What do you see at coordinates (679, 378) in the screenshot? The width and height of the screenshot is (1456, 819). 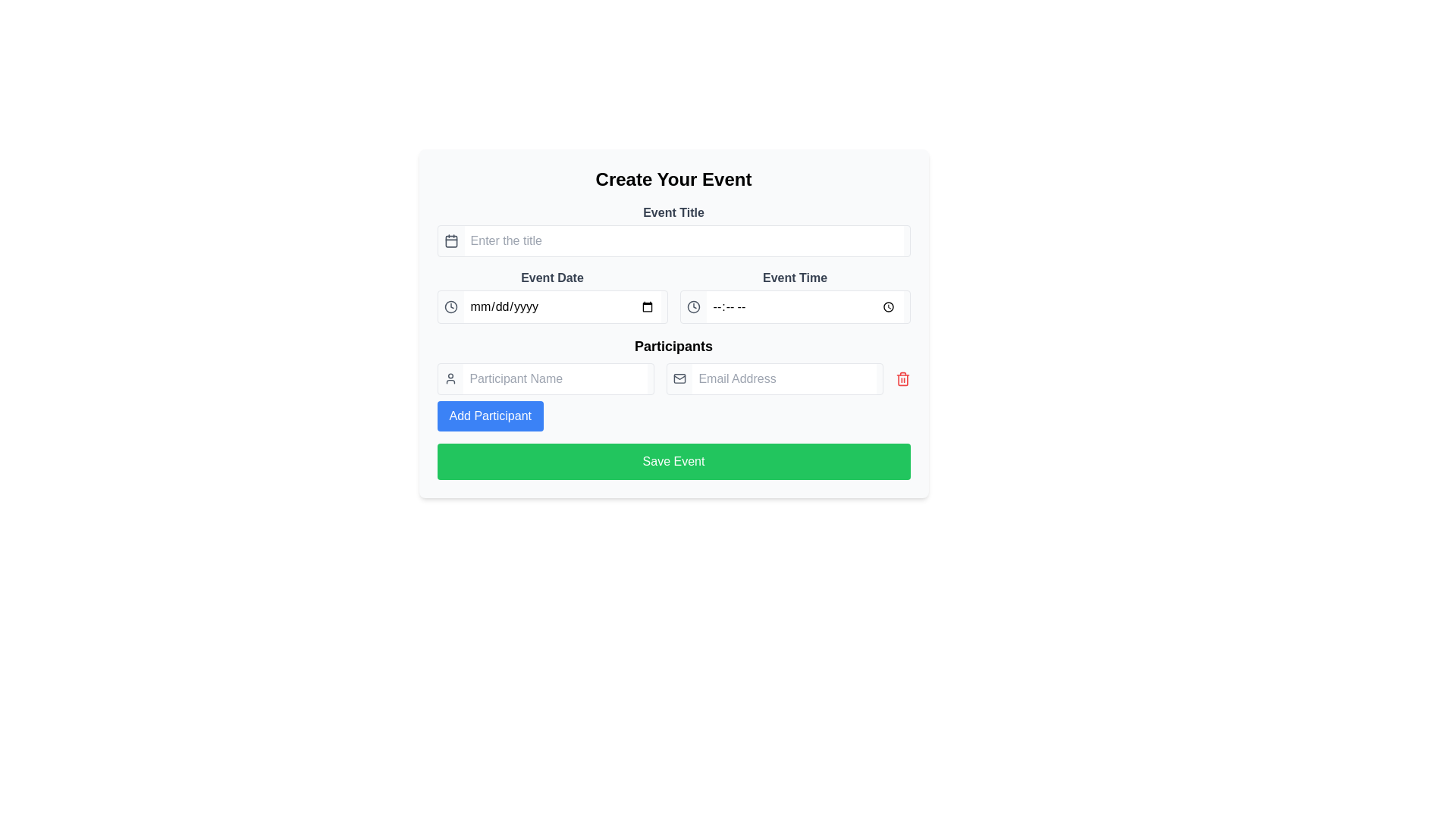 I see `the mail icon, which is a gray rectangular graphic representing a participant's email entry in the Participants section, specifically located in the second input field row` at bounding box center [679, 378].